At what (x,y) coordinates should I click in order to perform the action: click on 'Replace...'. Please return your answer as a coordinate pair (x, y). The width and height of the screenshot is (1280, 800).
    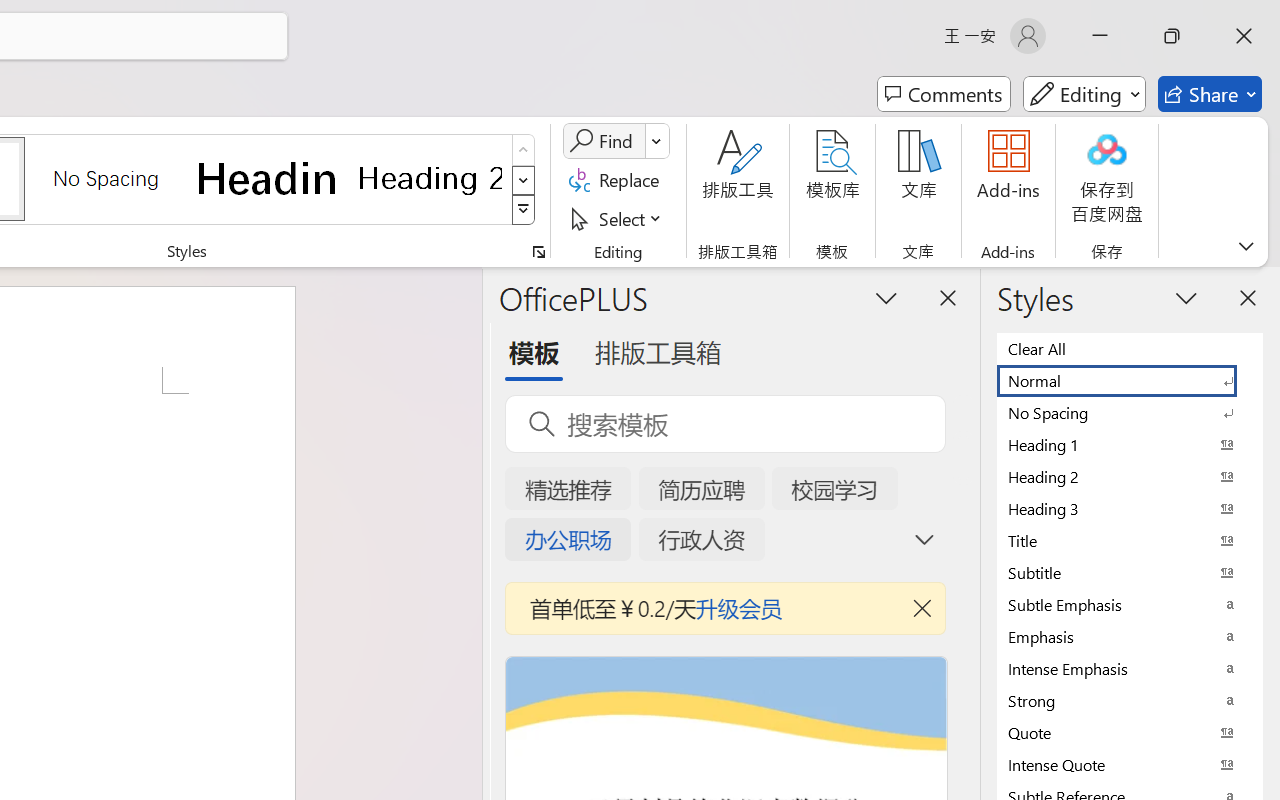
    Looking at the image, I should click on (616, 179).